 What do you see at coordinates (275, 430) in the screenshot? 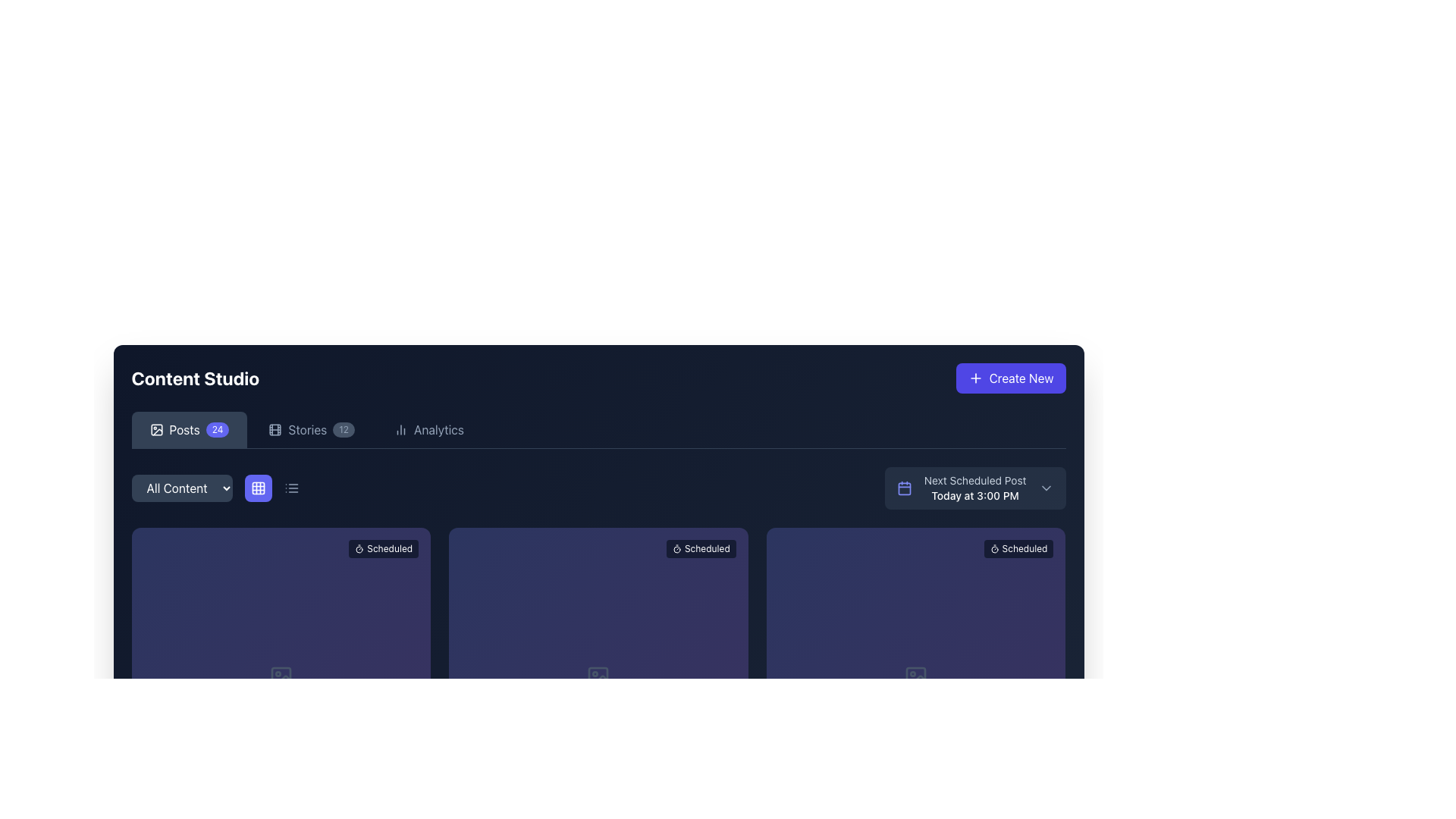
I see `the film-related icon within the 'Stories' button located on the top navigation bar, which is the leftmost component of the button, preceding the 'Stories' label text and the numeric badge '12'` at bounding box center [275, 430].